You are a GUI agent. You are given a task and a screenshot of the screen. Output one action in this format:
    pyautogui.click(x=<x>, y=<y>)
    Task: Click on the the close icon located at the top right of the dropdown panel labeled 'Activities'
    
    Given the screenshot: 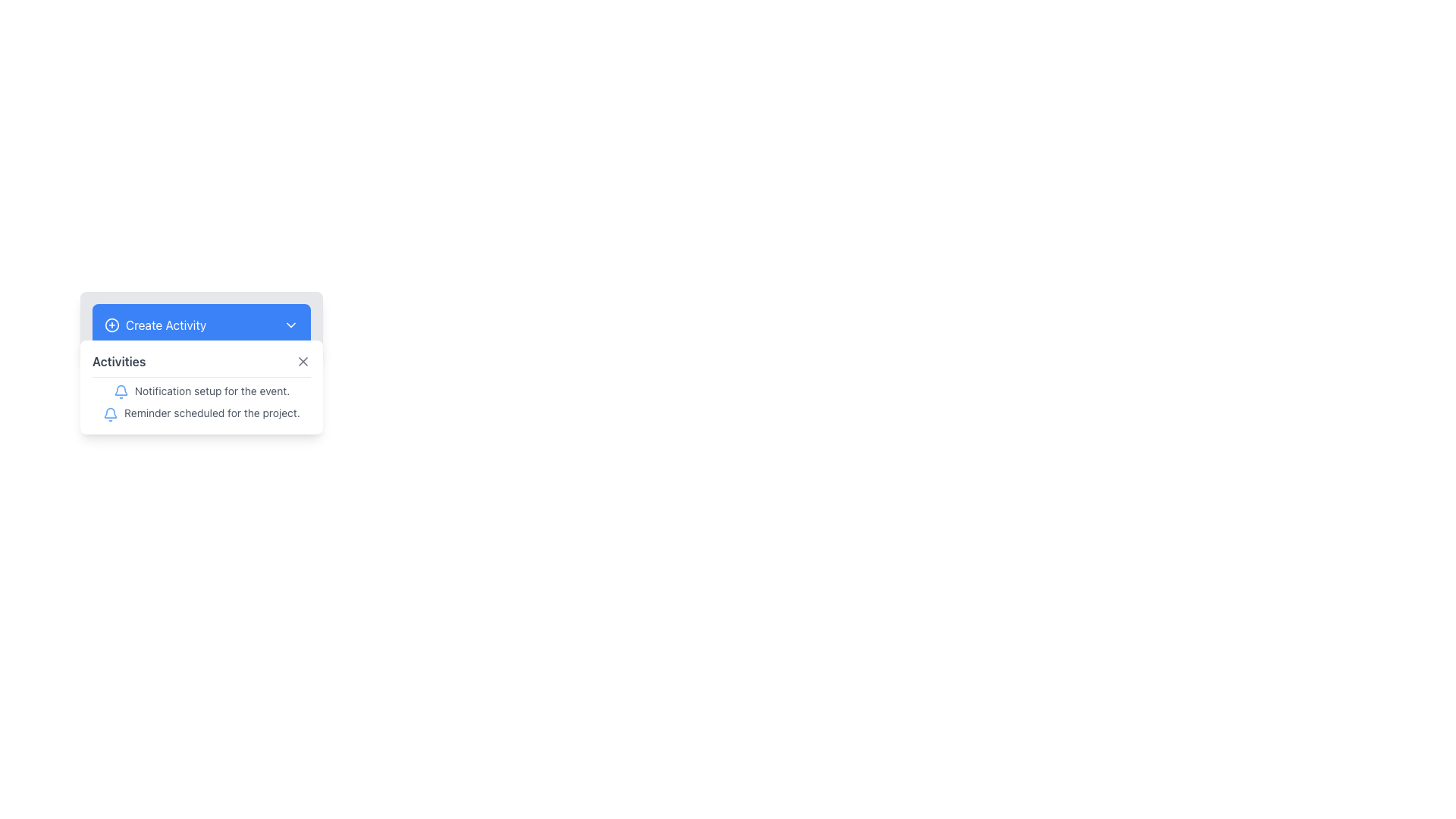 What is the action you would take?
    pyautogui.click(x=303, y=362)
    